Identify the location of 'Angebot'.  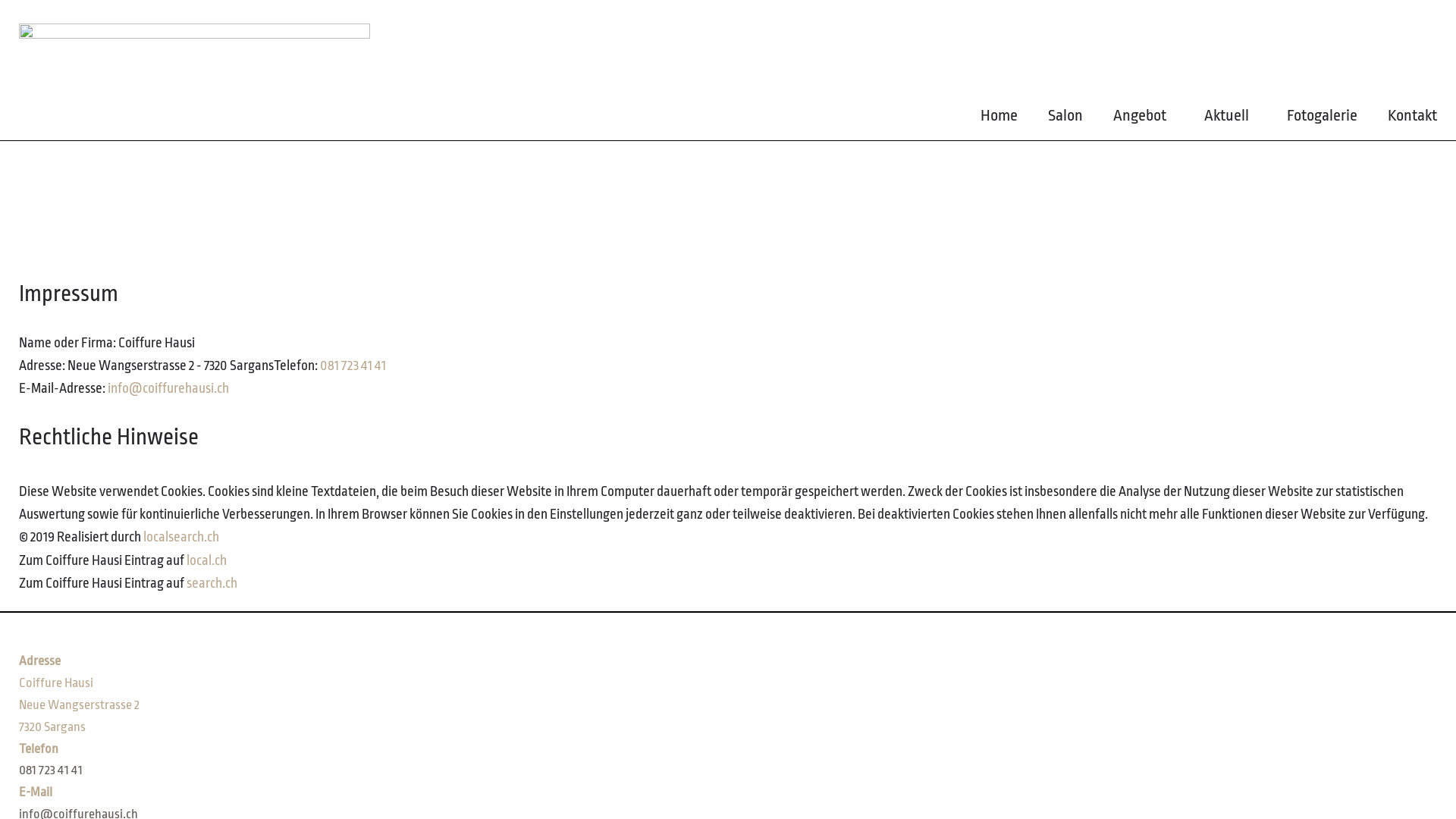
(1143, 118).